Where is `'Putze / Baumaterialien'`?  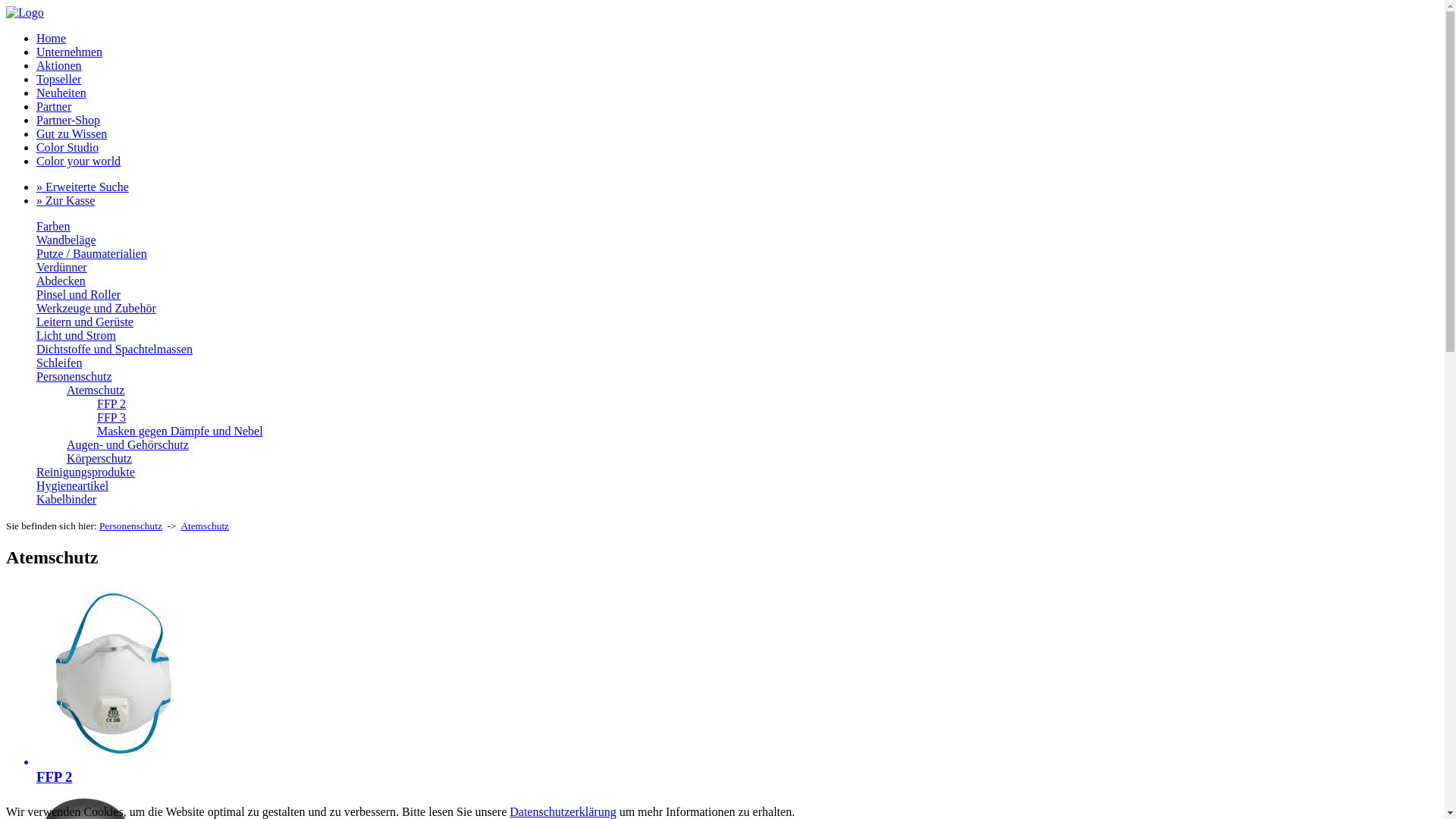
'Putze / Baumaterialien' is located at coordinates (36, 253).